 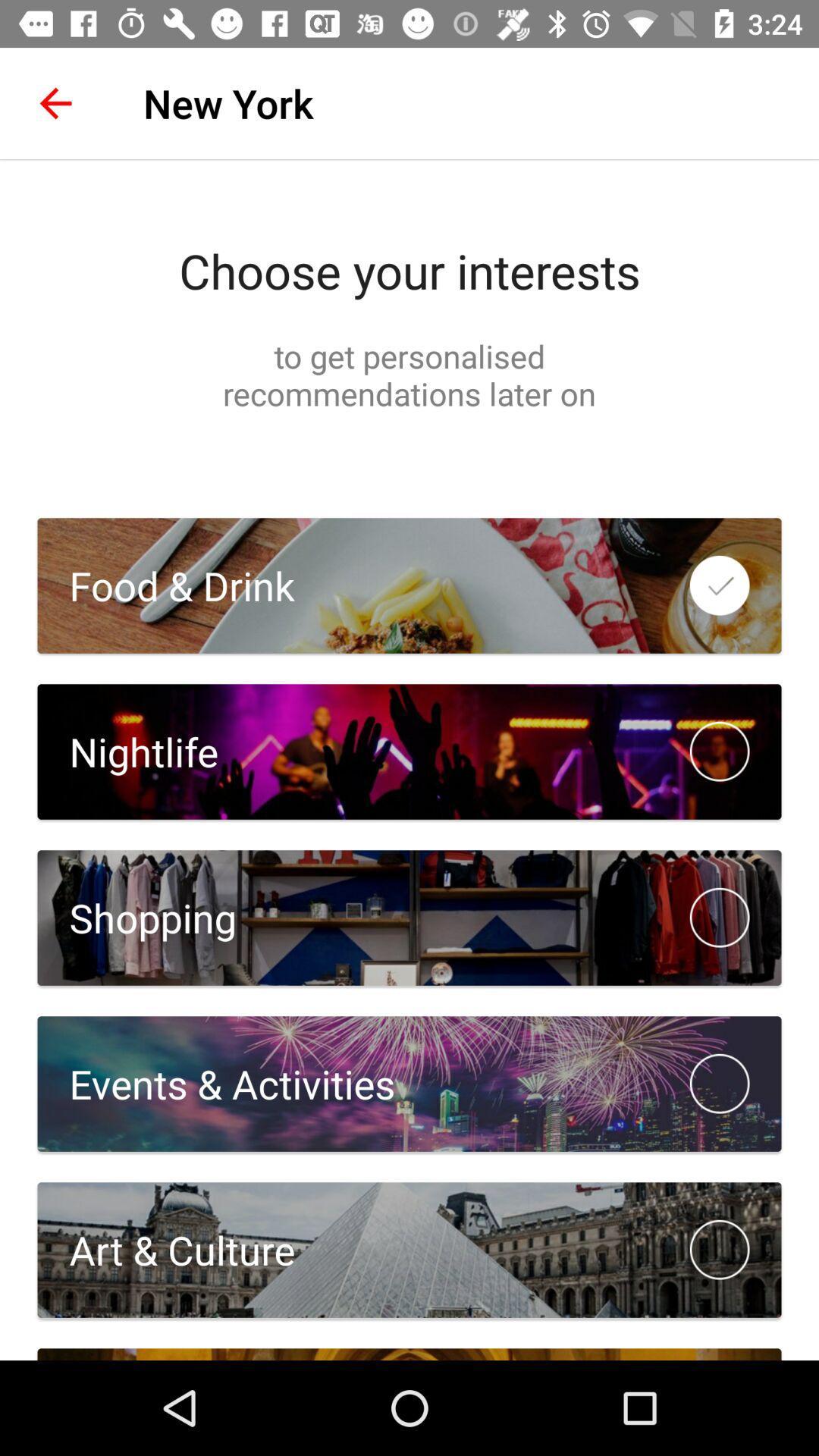 What do you see at coordinates (55, 102) in the screenshot?
I see `the item to the left of the new york item` at bounding box center [55, 102].